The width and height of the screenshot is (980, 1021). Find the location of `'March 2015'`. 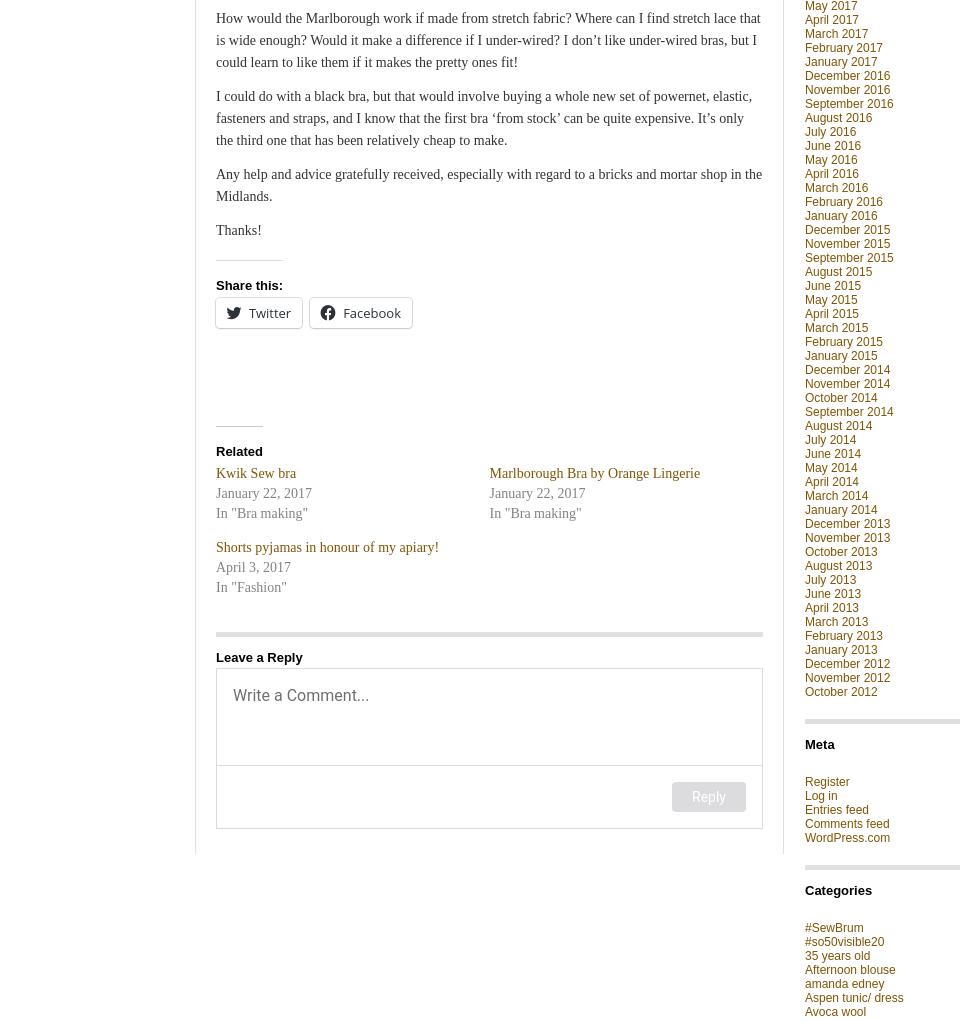

'March 2015' is located at coordinates (836, 326).